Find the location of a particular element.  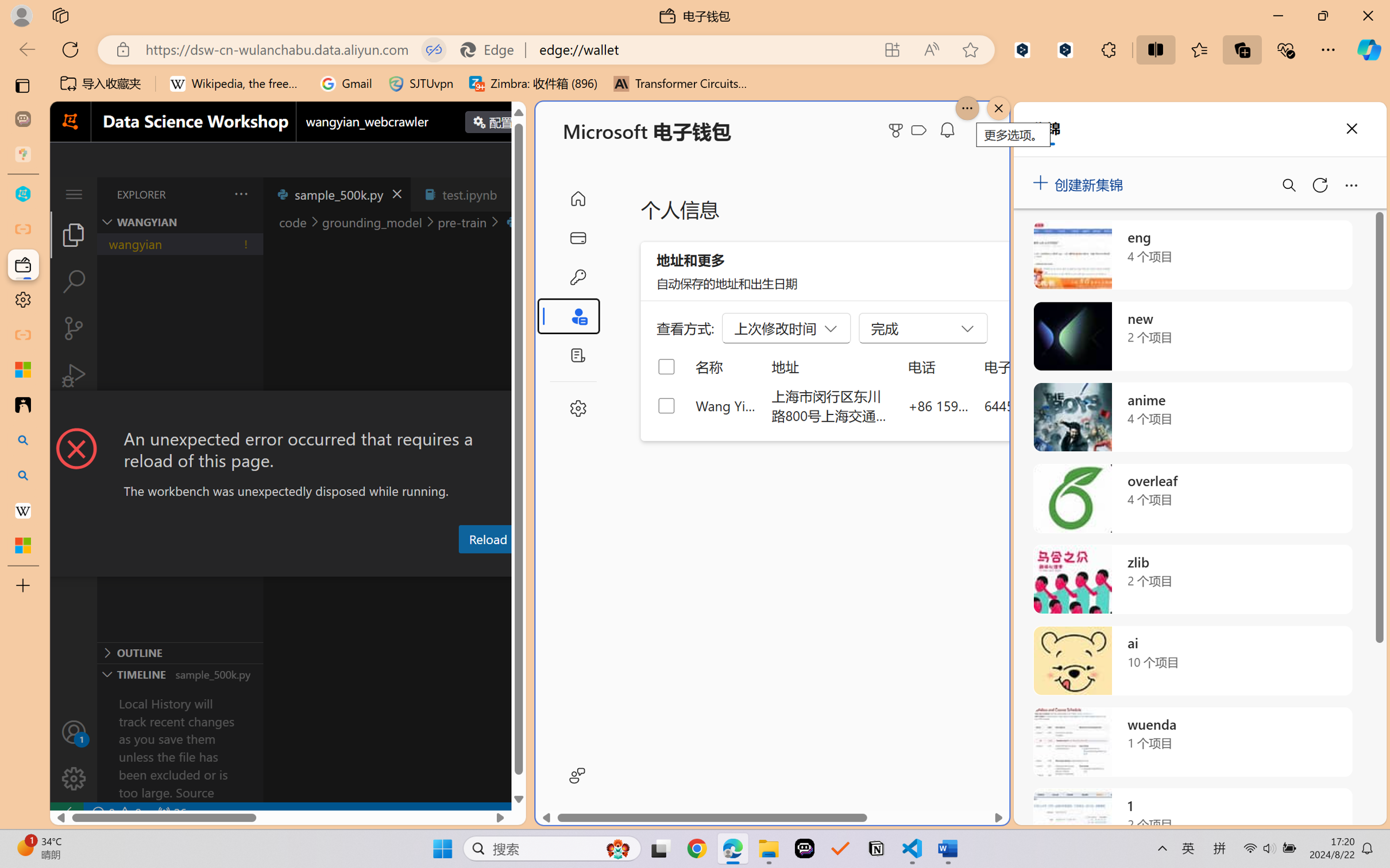

'SJTUvpn' is located at coordinates (420, 83).